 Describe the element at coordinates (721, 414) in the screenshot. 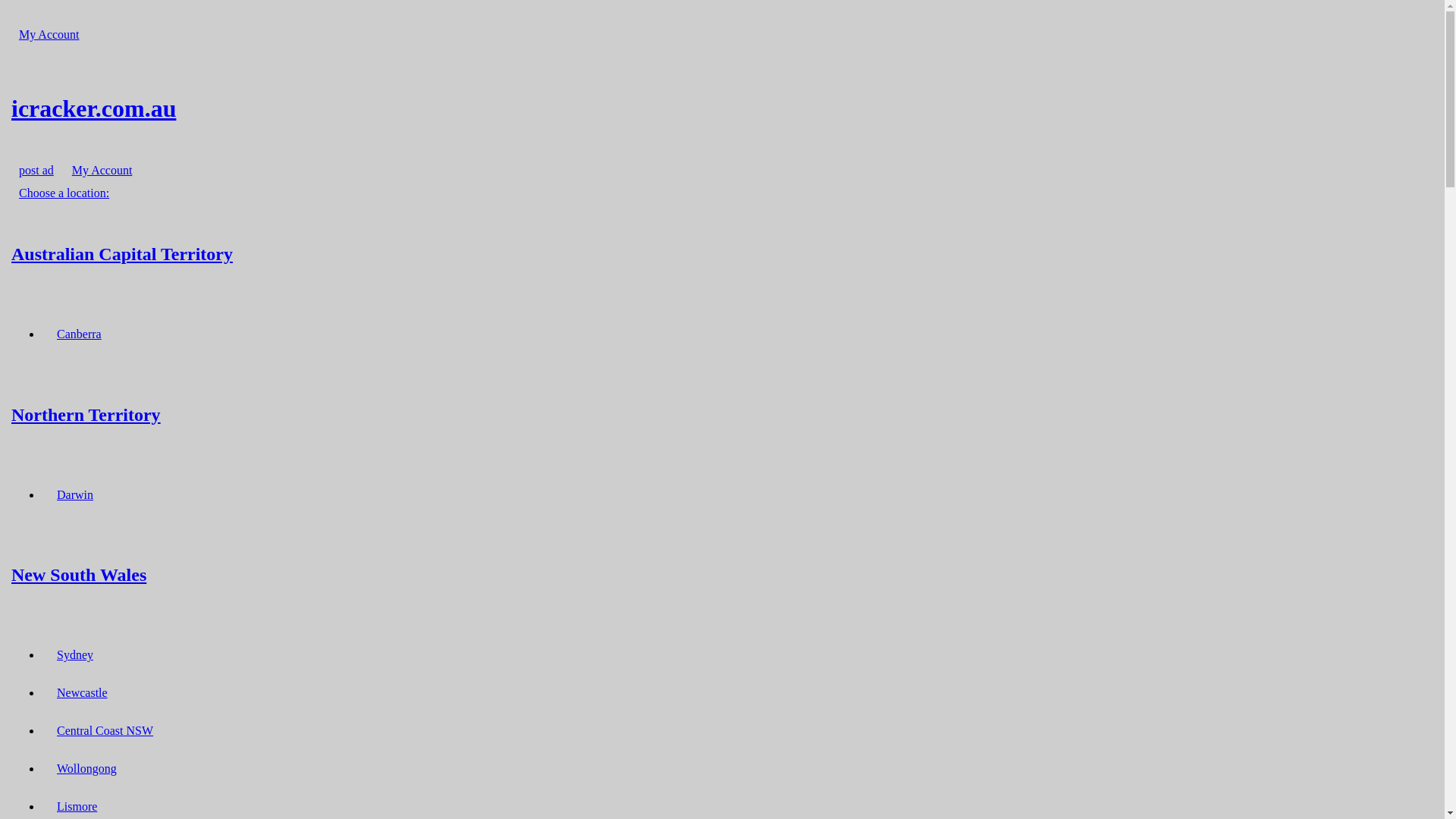

I see `'Northern Territory'` at that location.